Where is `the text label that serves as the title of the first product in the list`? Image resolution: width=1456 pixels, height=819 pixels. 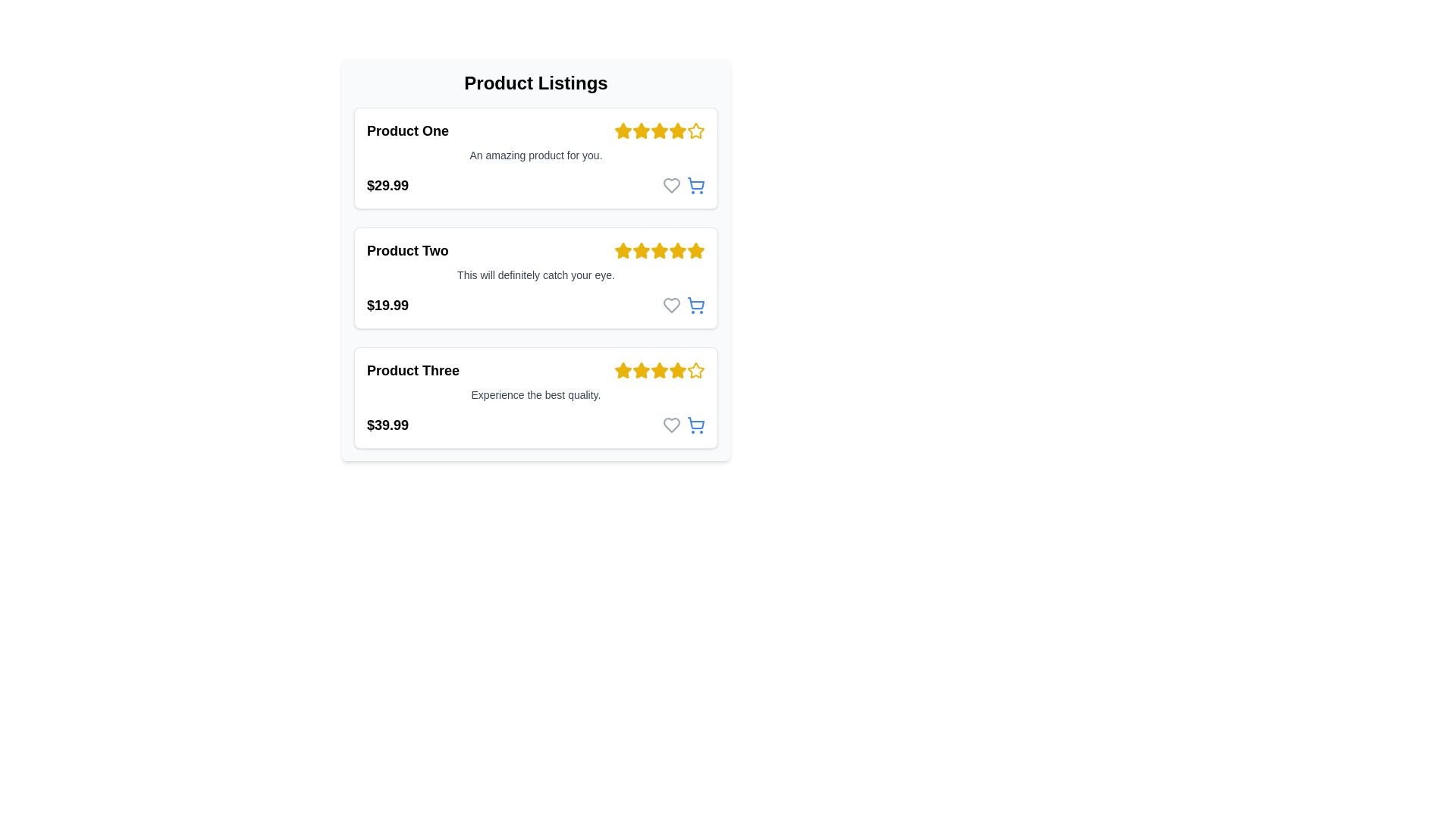
the text label that serves as the title of the first product in the list is located at coordinates (407, 130).